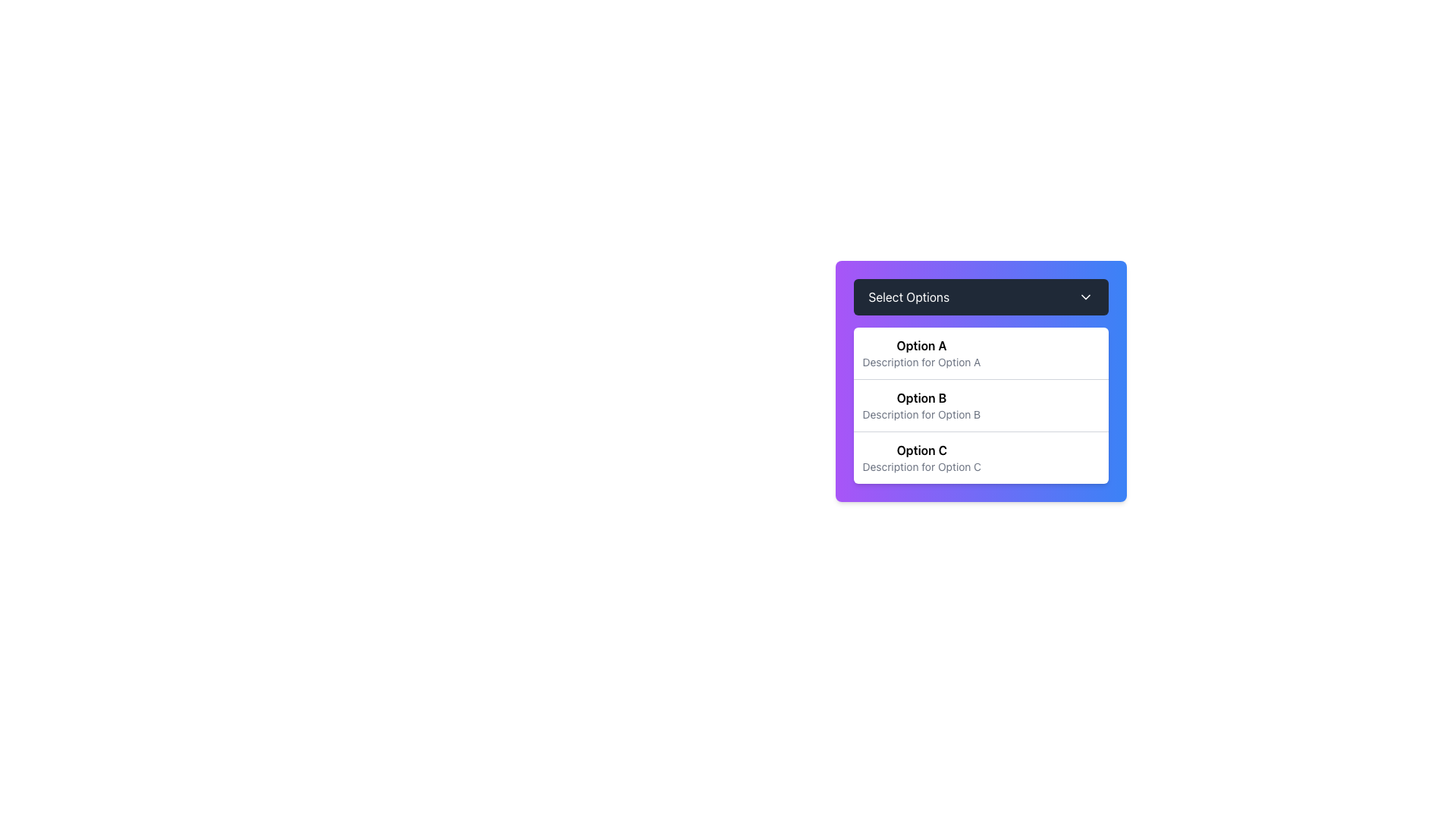  Describe the element at coordinates (921, 466) in the screenshot. I see `the informational text element displaying 'Description for Option C', which is located below the 'Option C' label in the dropdown options panel` at that location.